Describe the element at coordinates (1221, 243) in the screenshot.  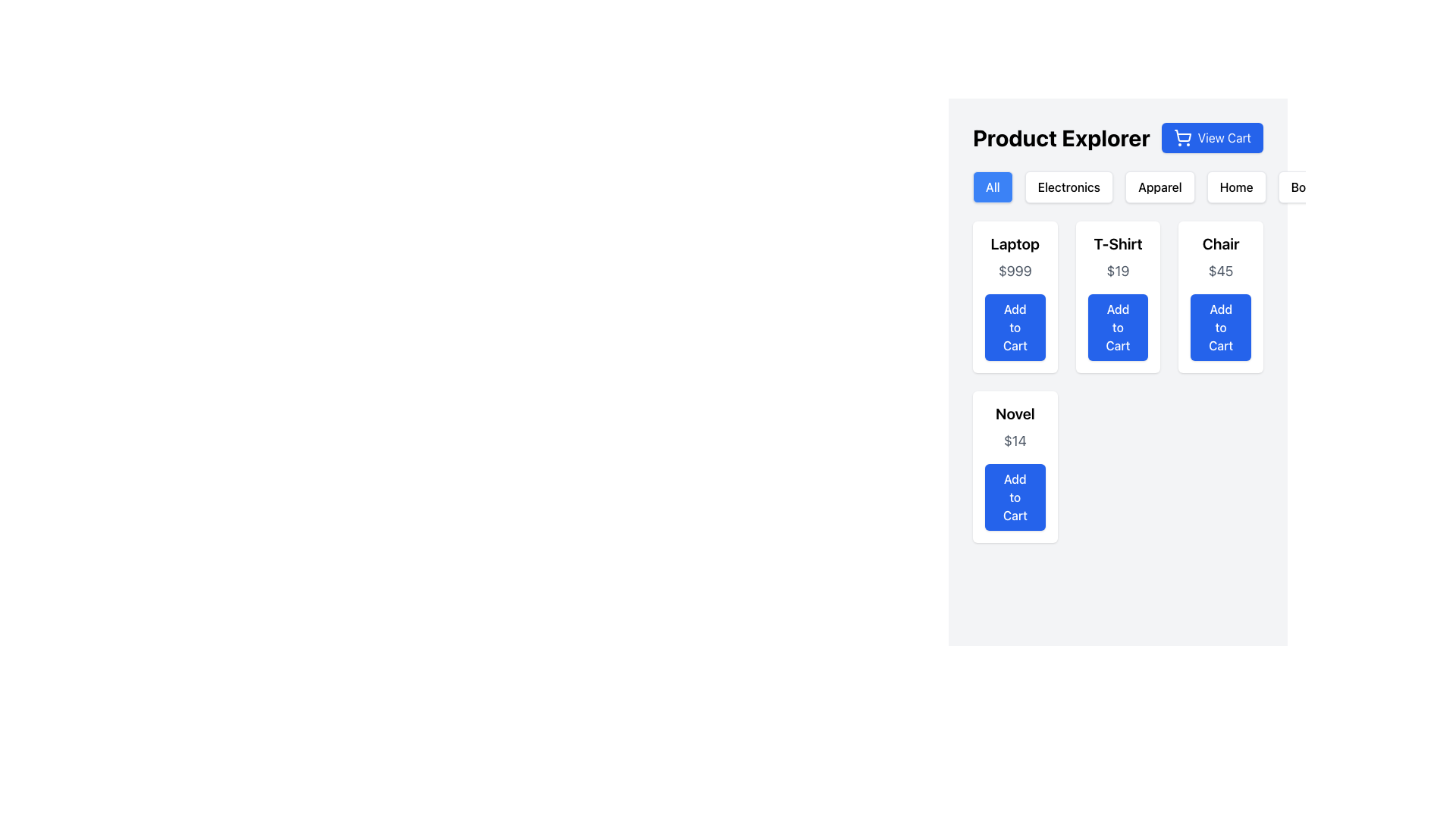
I see `text label at the top center of the product card to identify the product` at that location.